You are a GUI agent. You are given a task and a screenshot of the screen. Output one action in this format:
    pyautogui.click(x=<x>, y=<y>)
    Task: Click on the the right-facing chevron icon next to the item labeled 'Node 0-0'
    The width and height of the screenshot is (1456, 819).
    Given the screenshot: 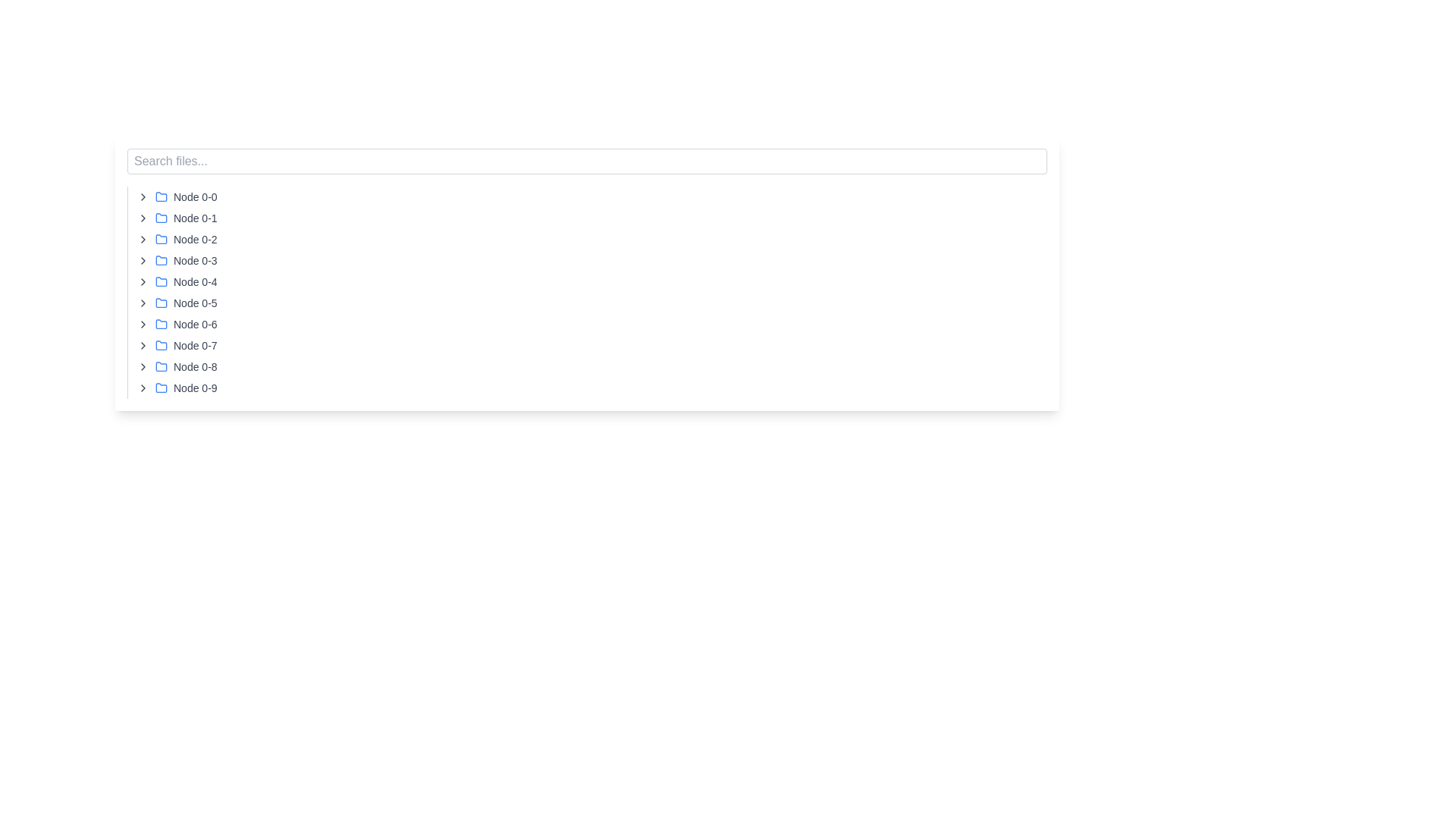 What is the action you would take?
    pyautogui.click(x=143, y=196)
    